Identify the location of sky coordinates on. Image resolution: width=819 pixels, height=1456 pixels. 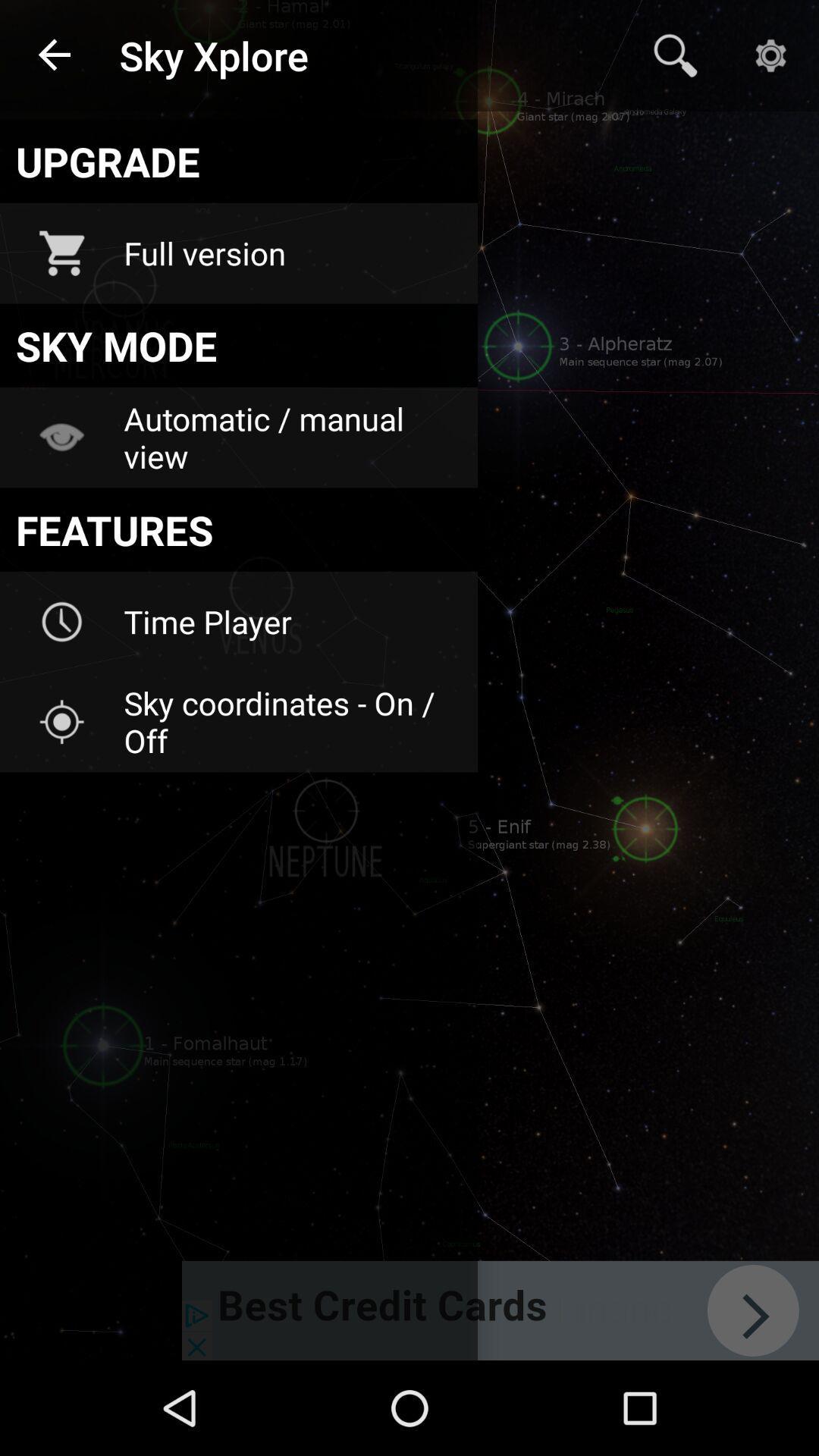
(290, 721).